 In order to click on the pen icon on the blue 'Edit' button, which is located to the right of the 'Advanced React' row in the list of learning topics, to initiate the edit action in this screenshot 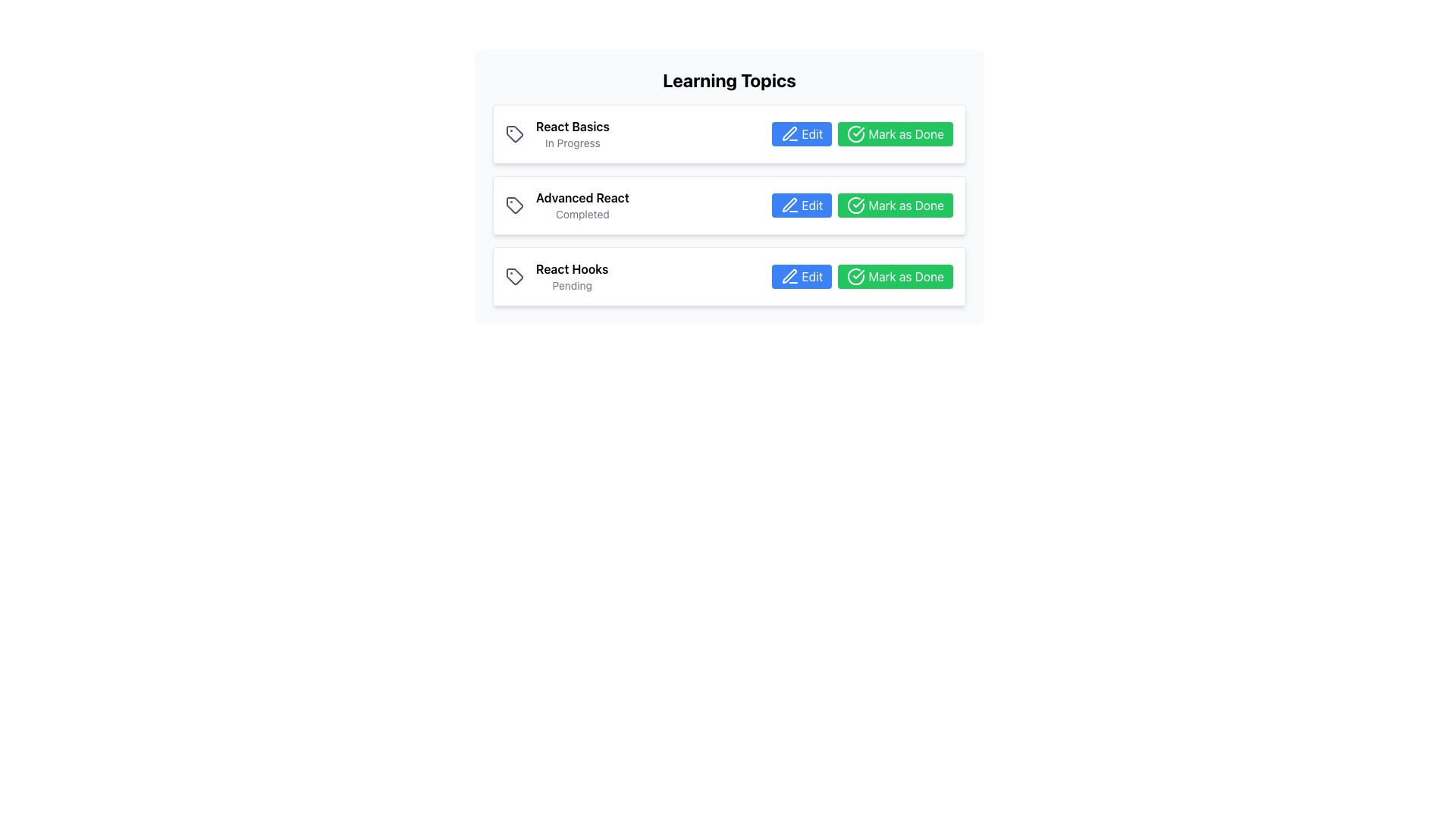, I will do `click(789, 205)`.